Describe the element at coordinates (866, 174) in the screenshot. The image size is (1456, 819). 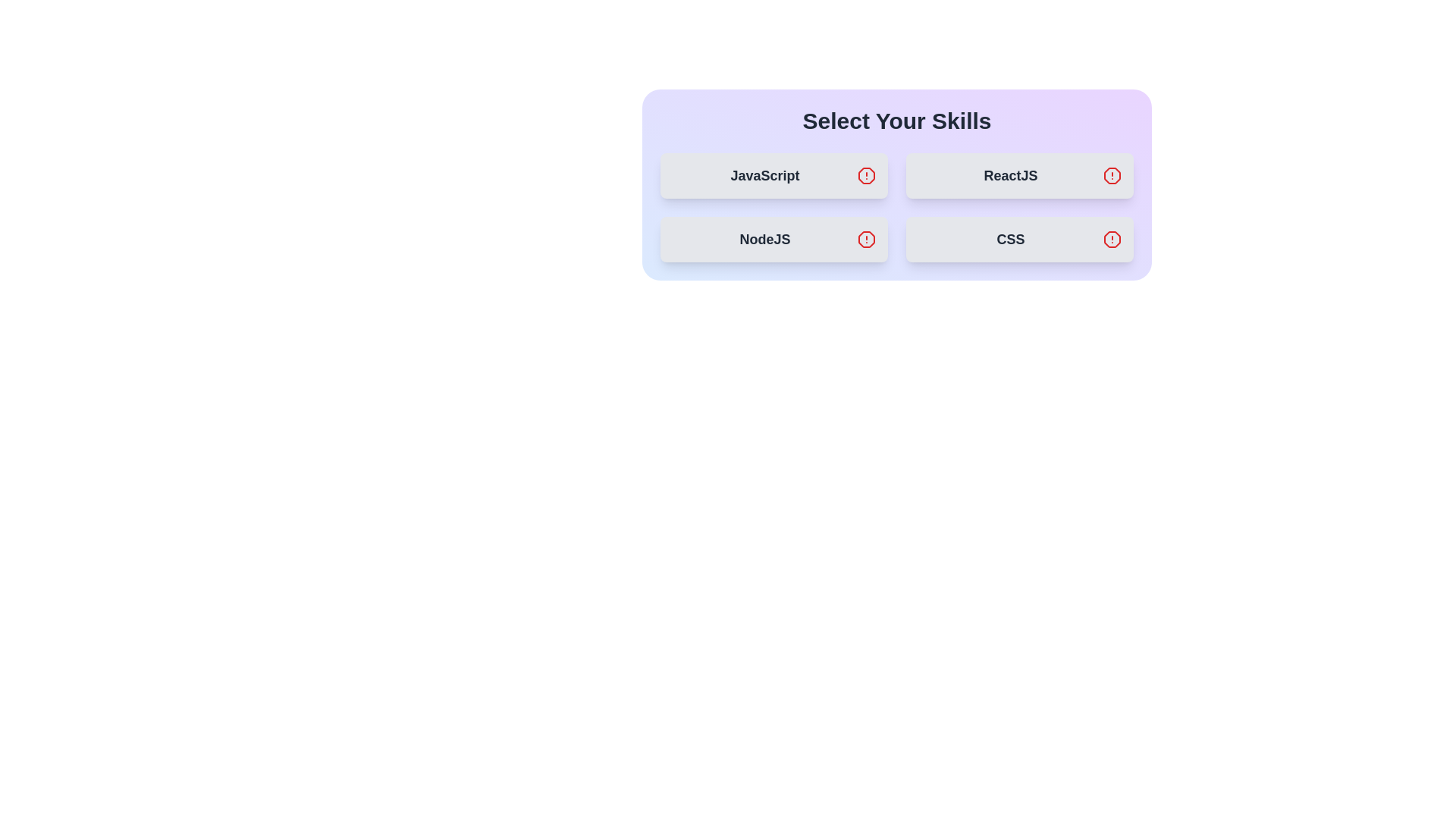
I see `the icon associated with the skill JavaScript` at that location.